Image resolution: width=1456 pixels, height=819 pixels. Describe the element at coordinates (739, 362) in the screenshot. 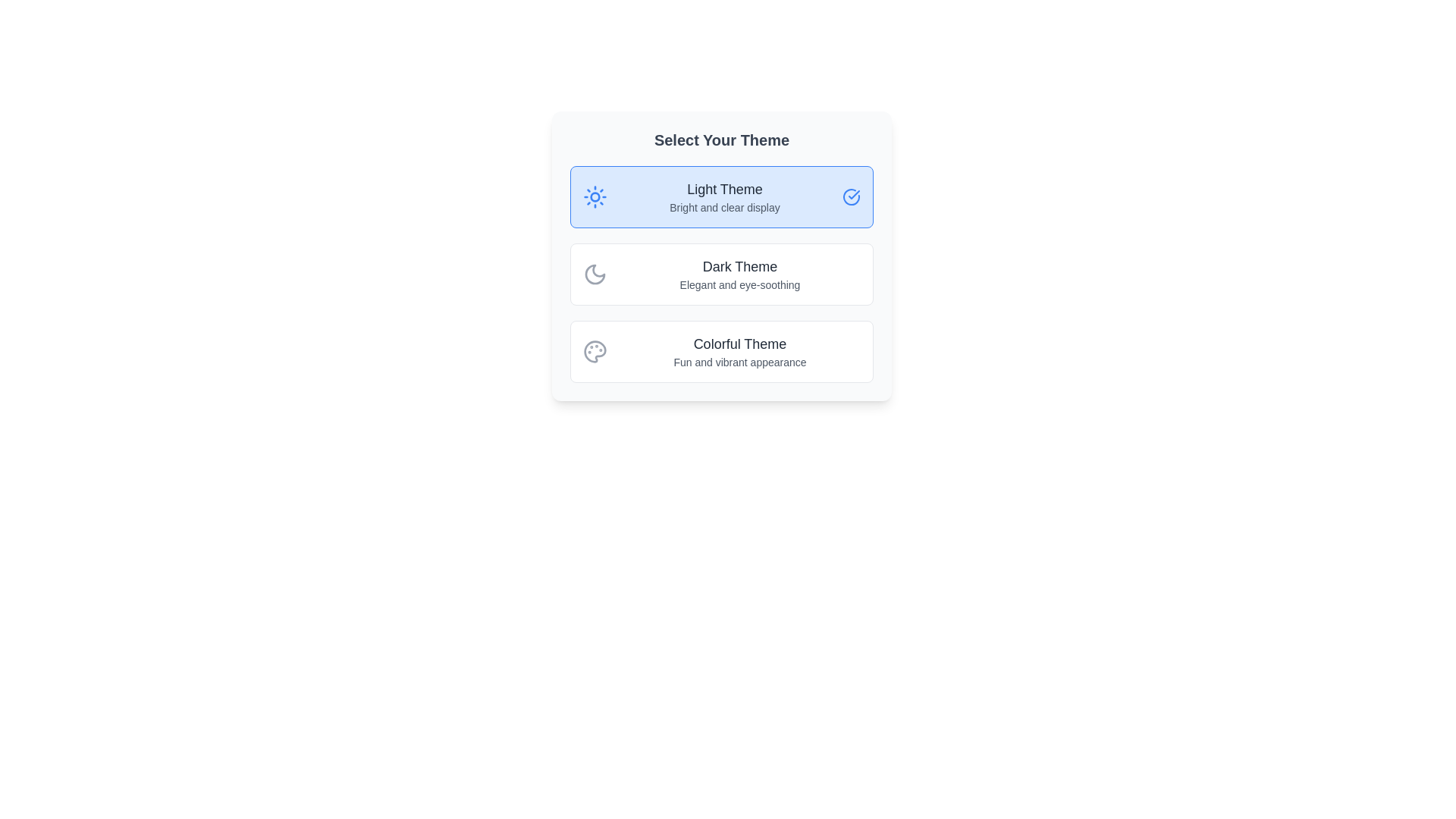

I see `the descriptive text label that provides additional information about the 'Colorful Theme', located in the bottom section of the card` at that location.